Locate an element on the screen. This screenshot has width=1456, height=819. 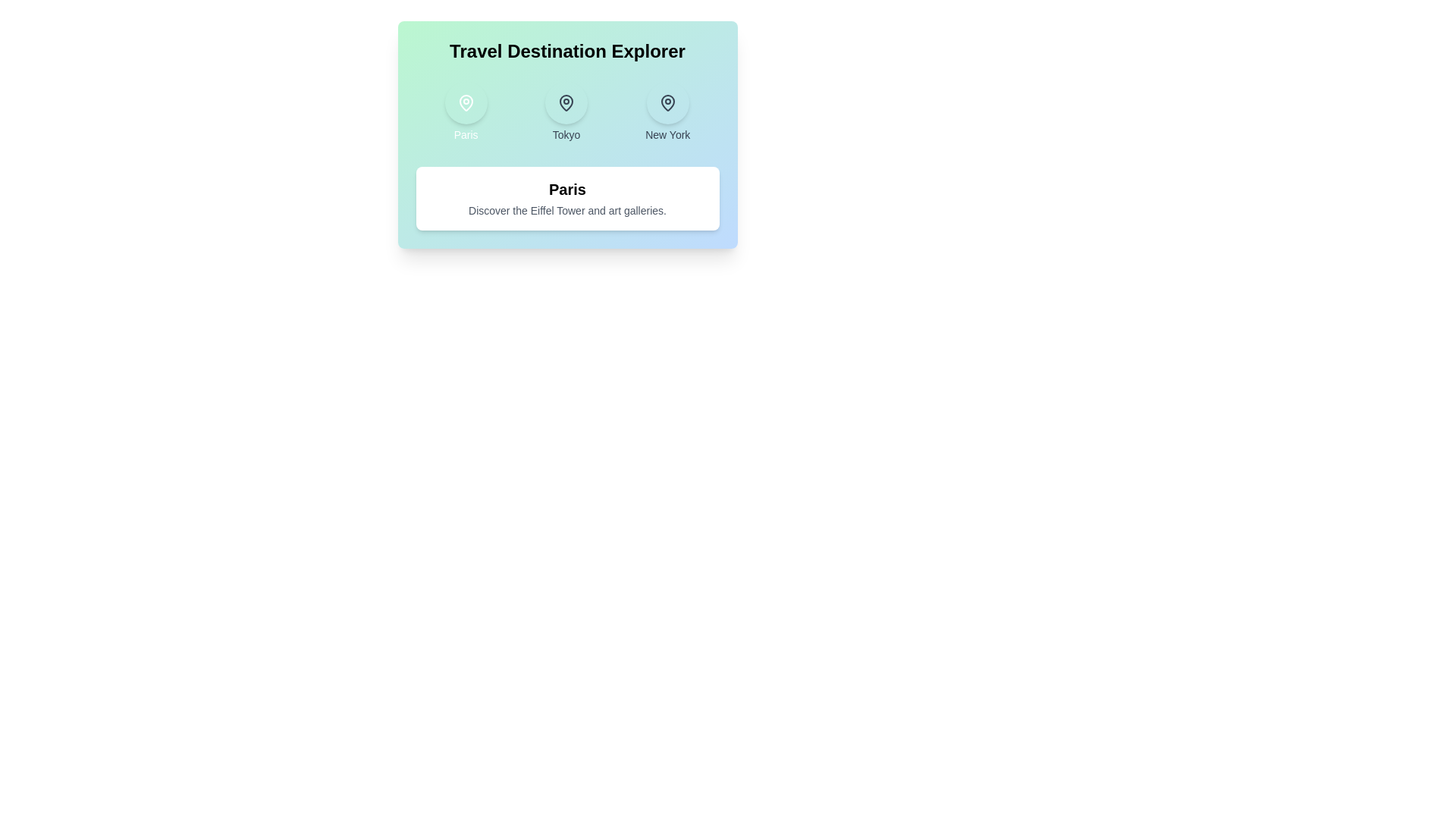
the button representing the travel destination 'New York', which is the third button in a horizontal list of buttons for travel destinations including 'Paris' and 'Tokyo' is located at coordinates (667, 111).